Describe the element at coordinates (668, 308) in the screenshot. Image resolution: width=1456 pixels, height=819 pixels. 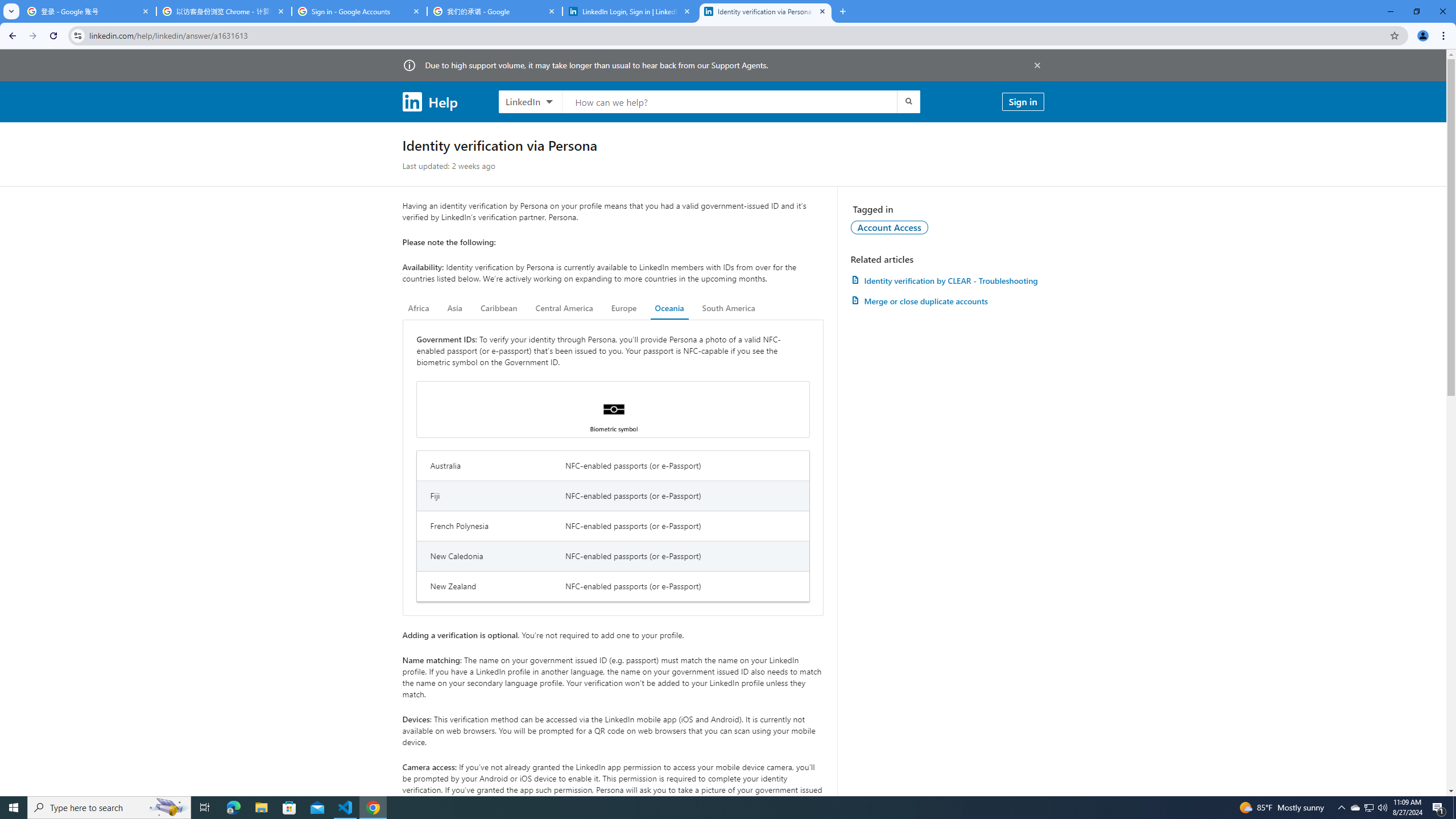
I see `'Oceania'` at that location.